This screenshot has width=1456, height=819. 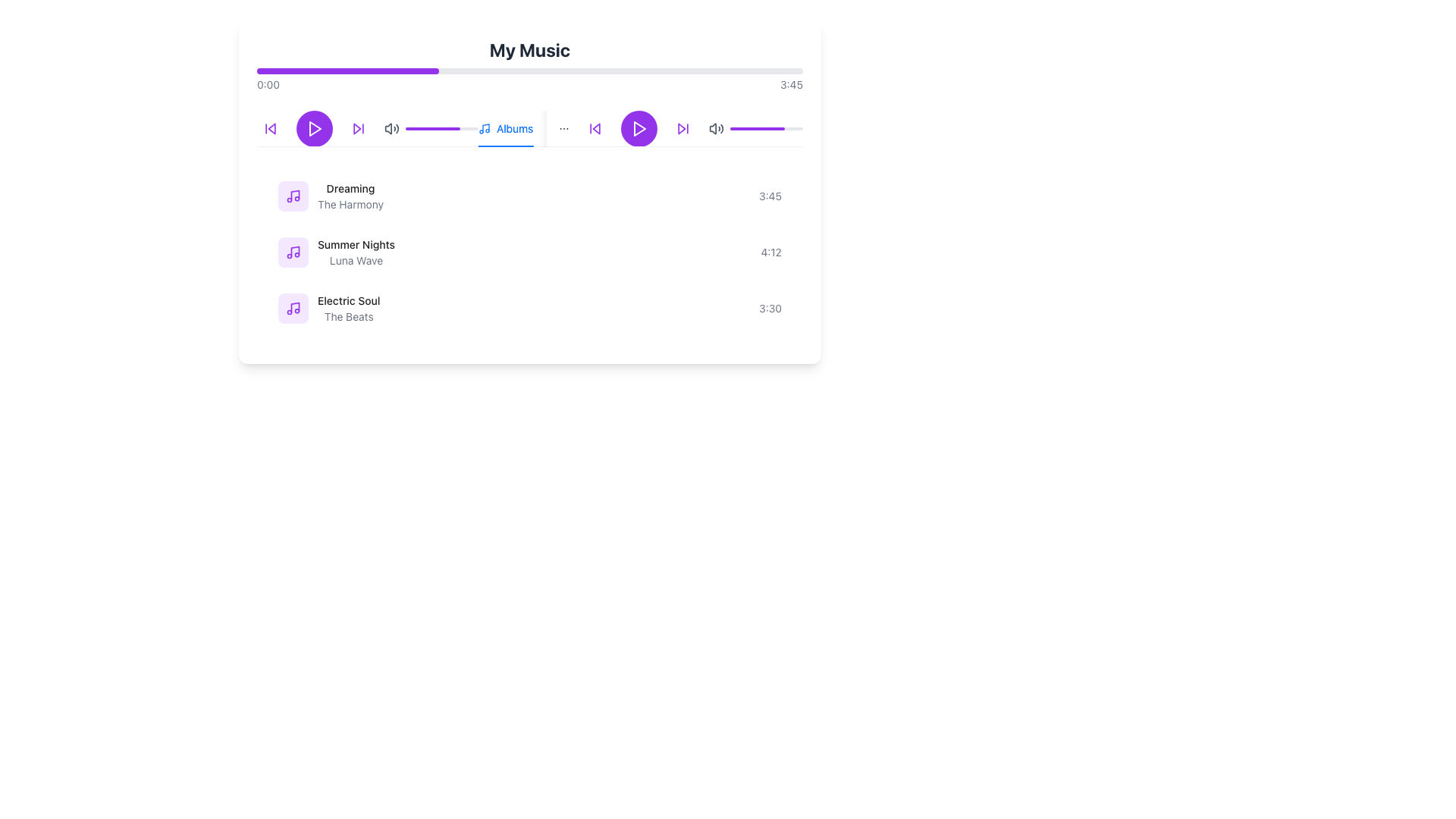 I want to click on the mute/unmute icon located in the top right corner of the audio player interface, so click(x=392, y=127).